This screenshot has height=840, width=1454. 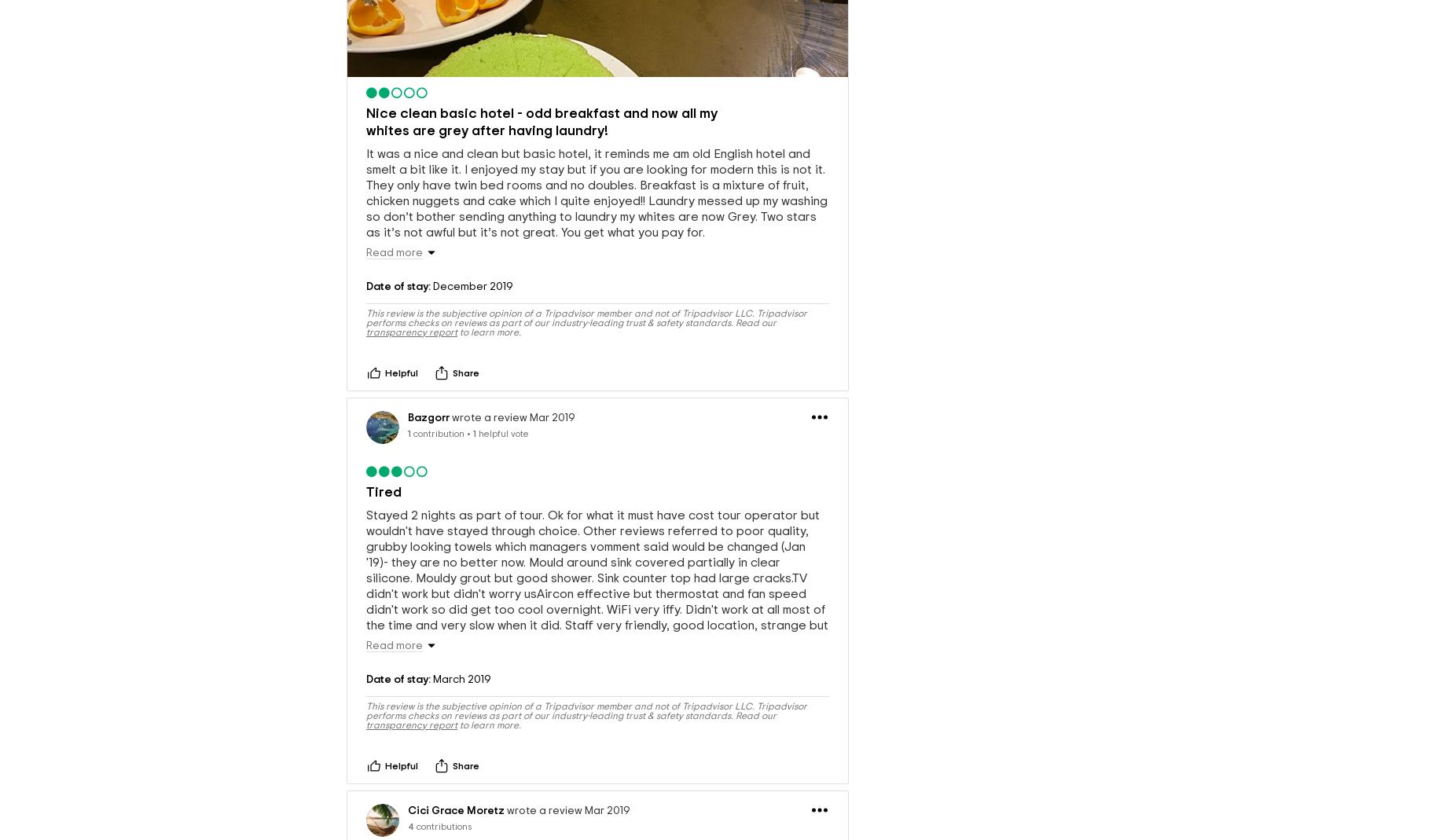 What do you see at coordinates (384, 492) in the screenshot?
I see `'Tired'` at bounding box center [384, 492].